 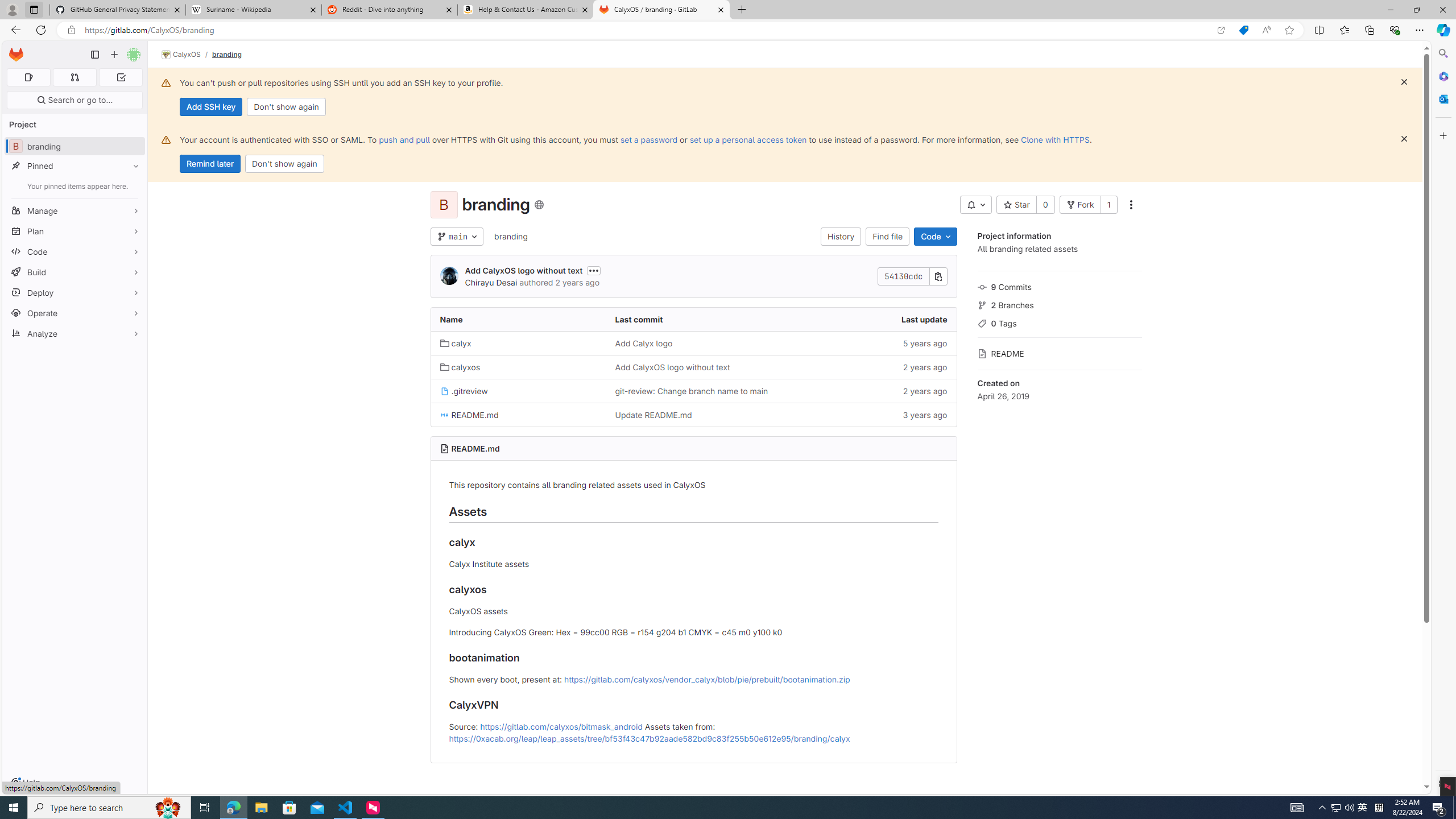 I want to click on 'Analyze', so click(x=74, y=333).